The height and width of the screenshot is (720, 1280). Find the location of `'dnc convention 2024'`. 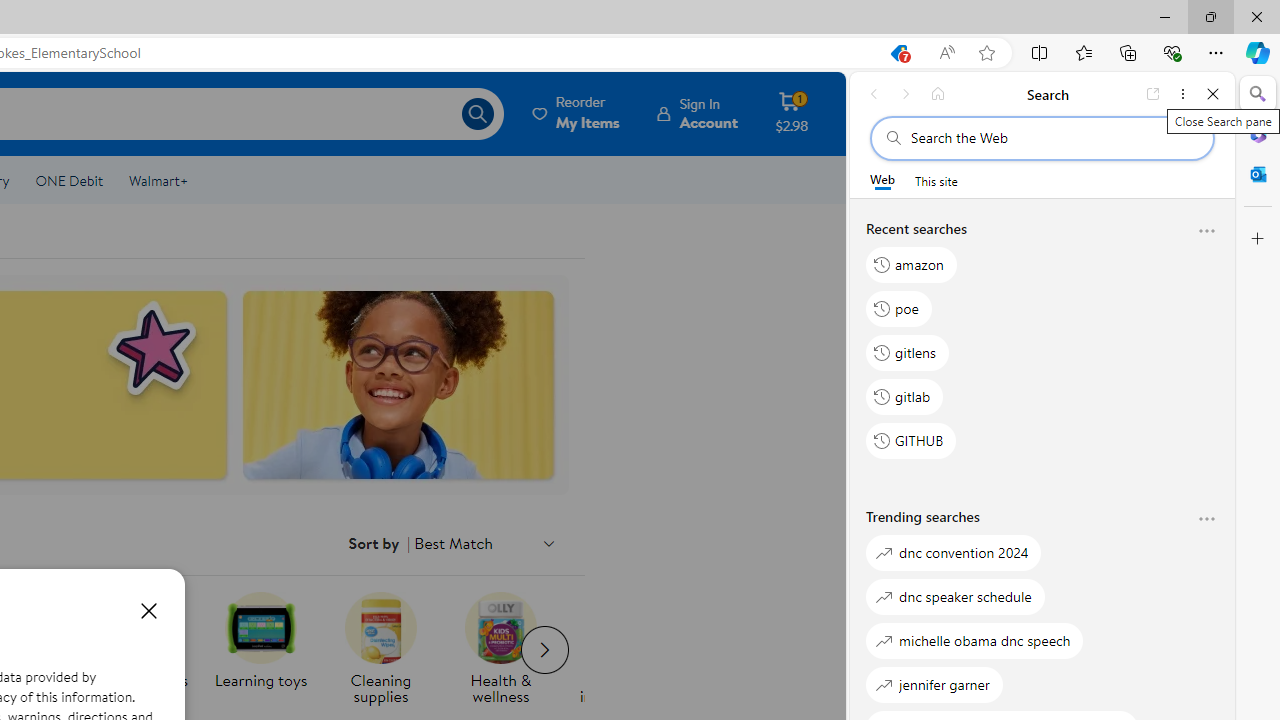

'dnc convention 2024' is located at coordinates (953, 552).